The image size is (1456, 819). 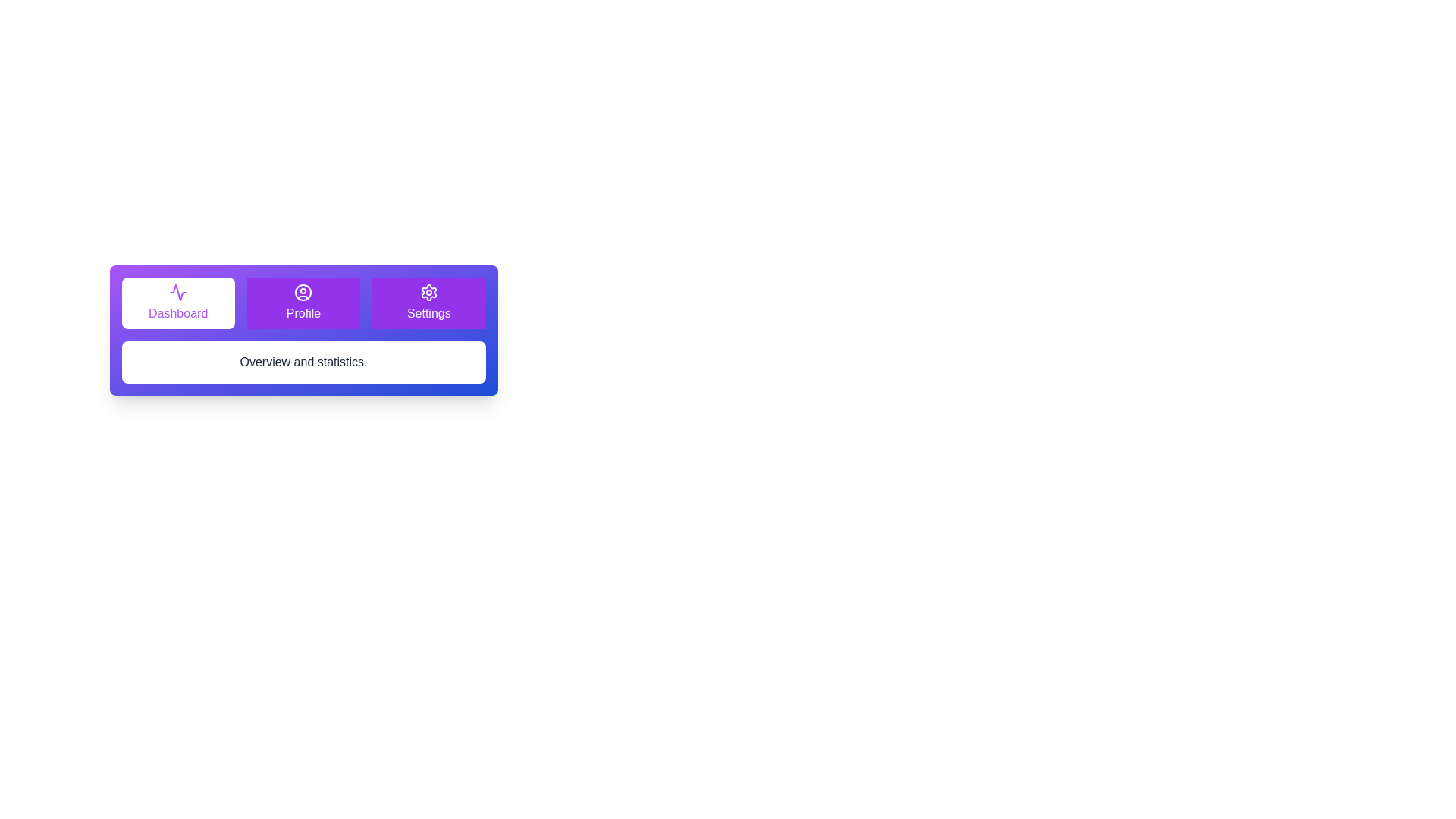 I want to click on the tab labeled Settings, so click(x=428, y=303).